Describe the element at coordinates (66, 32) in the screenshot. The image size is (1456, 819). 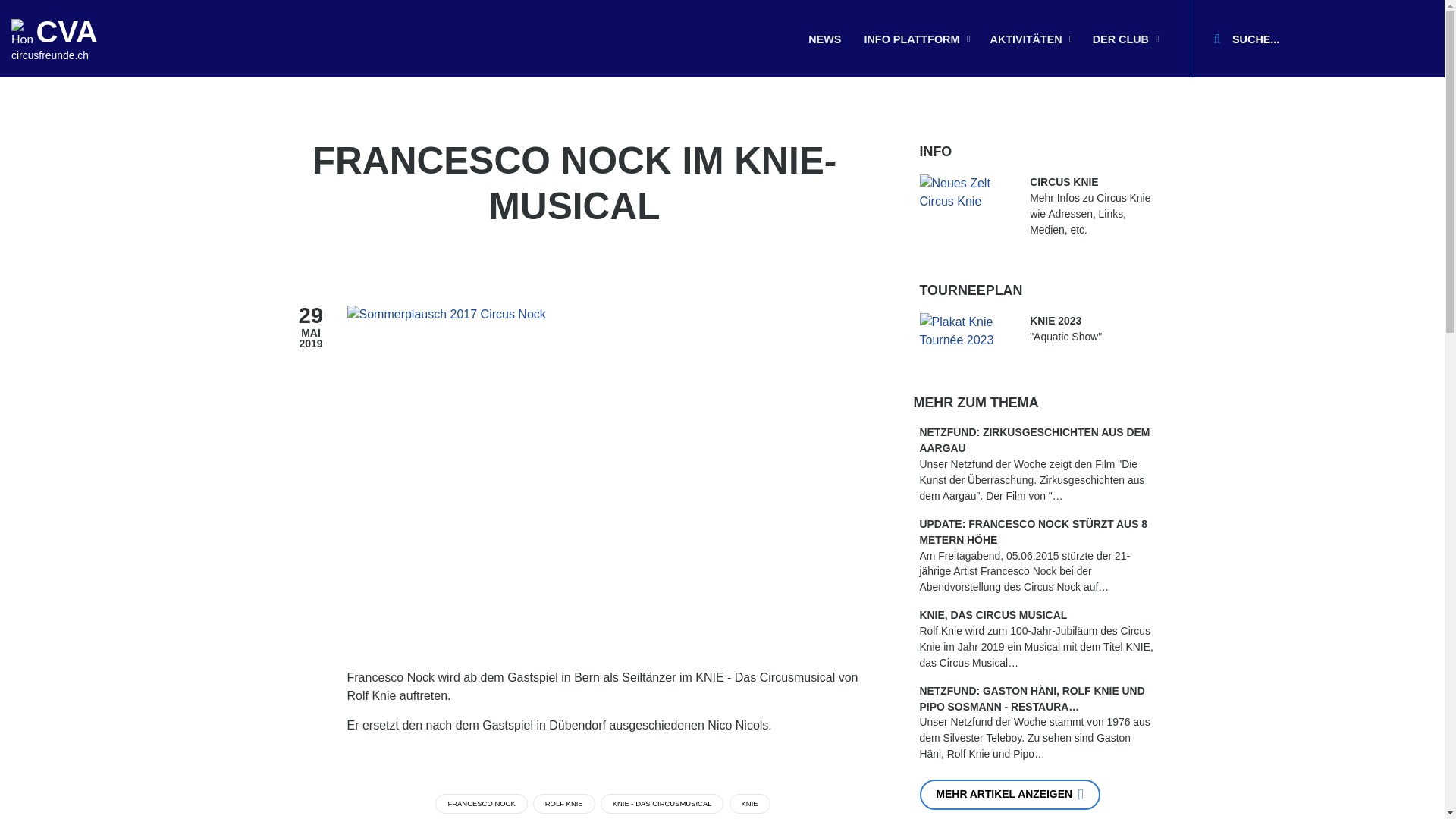
I see `'CVA'` at that location.